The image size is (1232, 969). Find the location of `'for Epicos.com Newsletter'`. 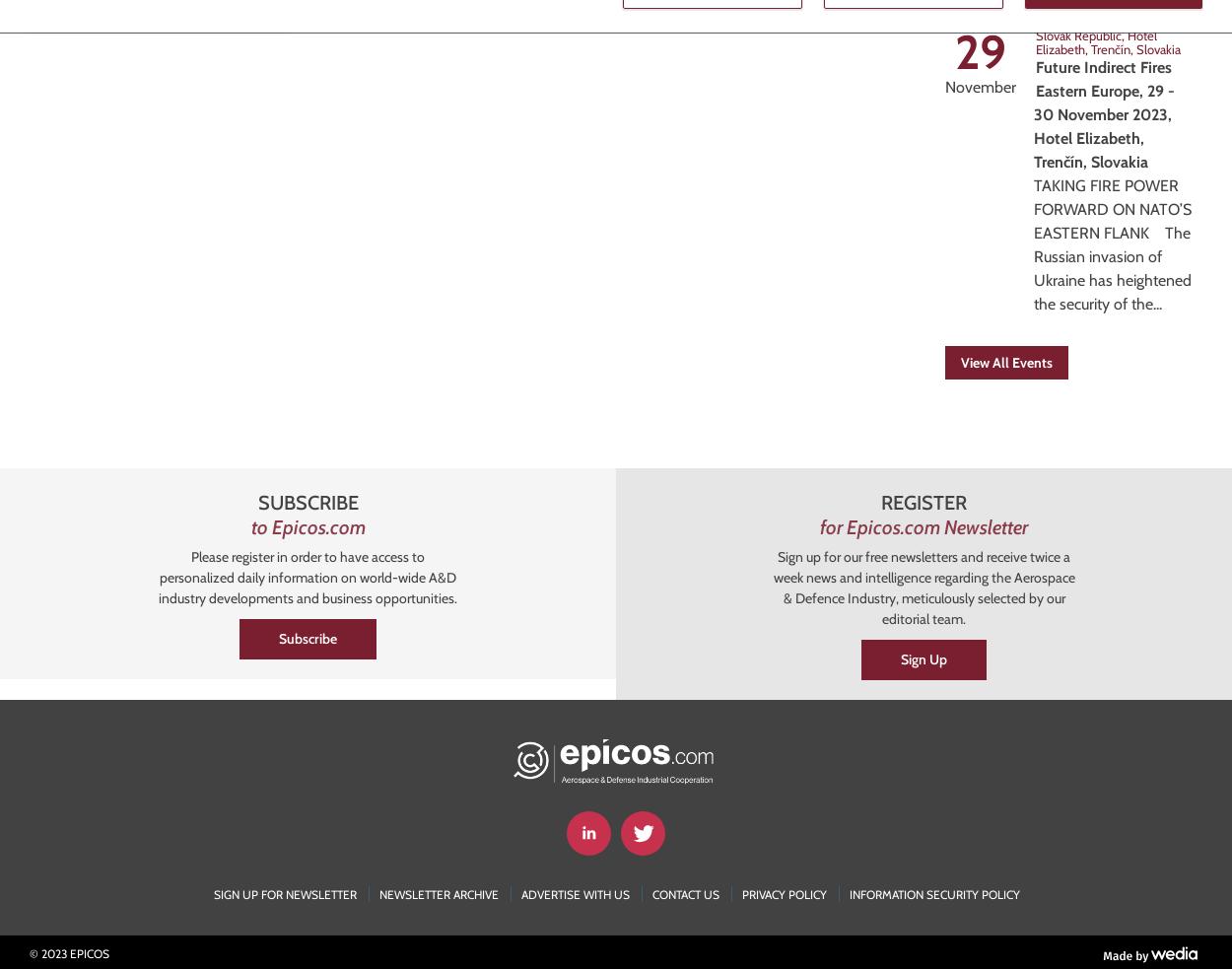

'for Epicos.com Newsletter' is located at coordinates (924, 527).